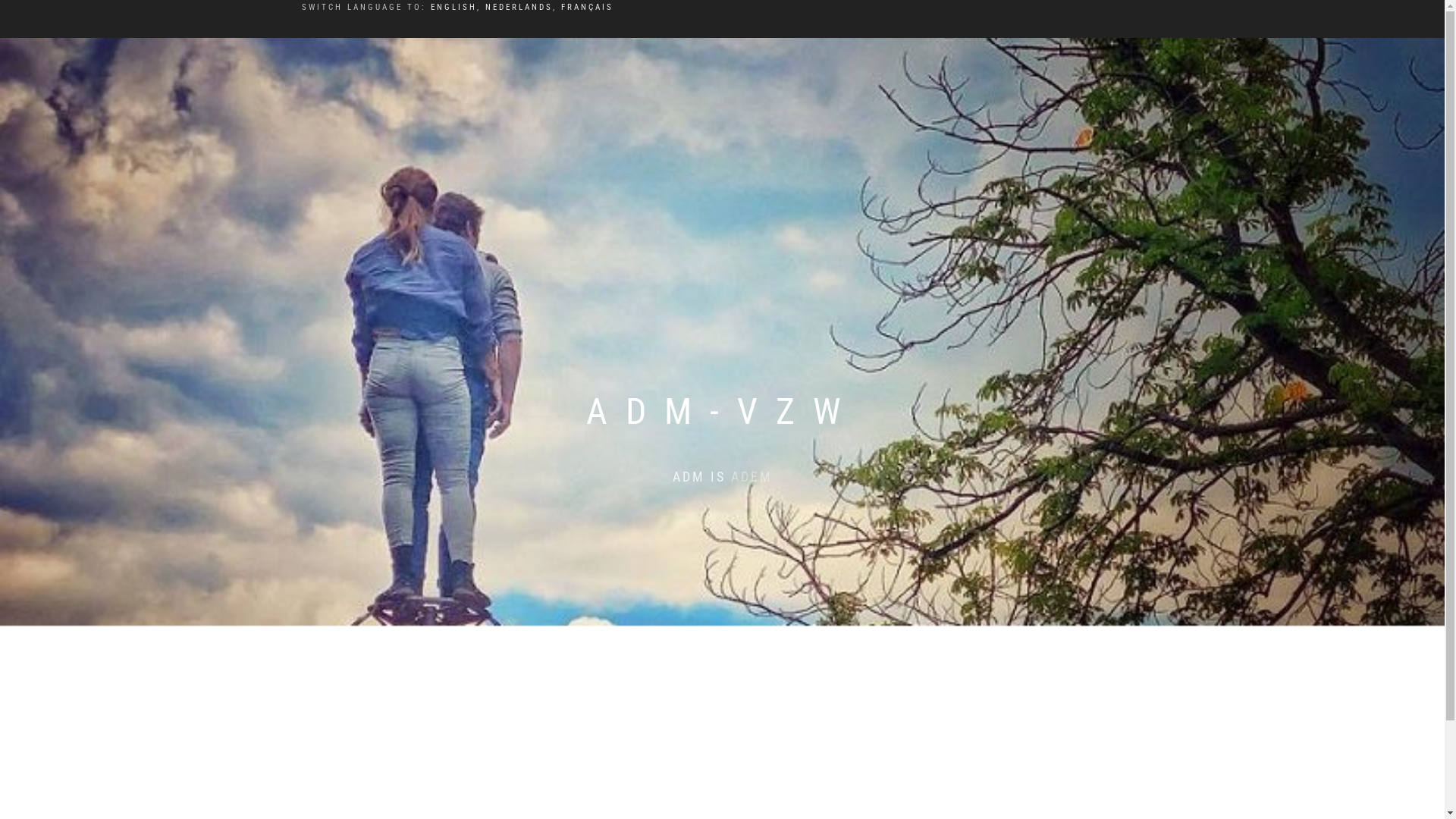  I want to click on 'NEDERLANDS', so click(519, 7).